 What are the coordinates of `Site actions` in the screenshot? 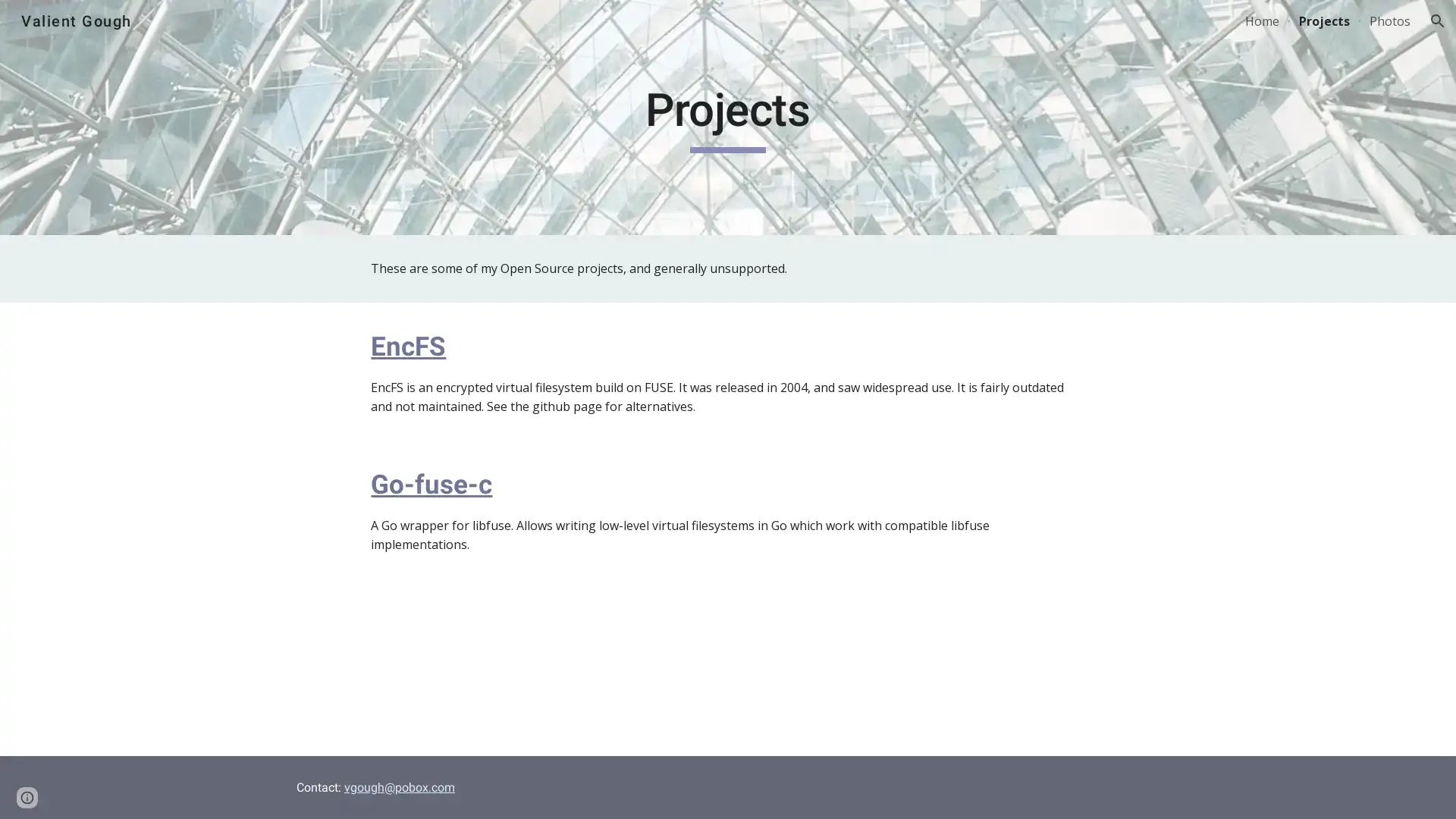 It's located at (27, 792).